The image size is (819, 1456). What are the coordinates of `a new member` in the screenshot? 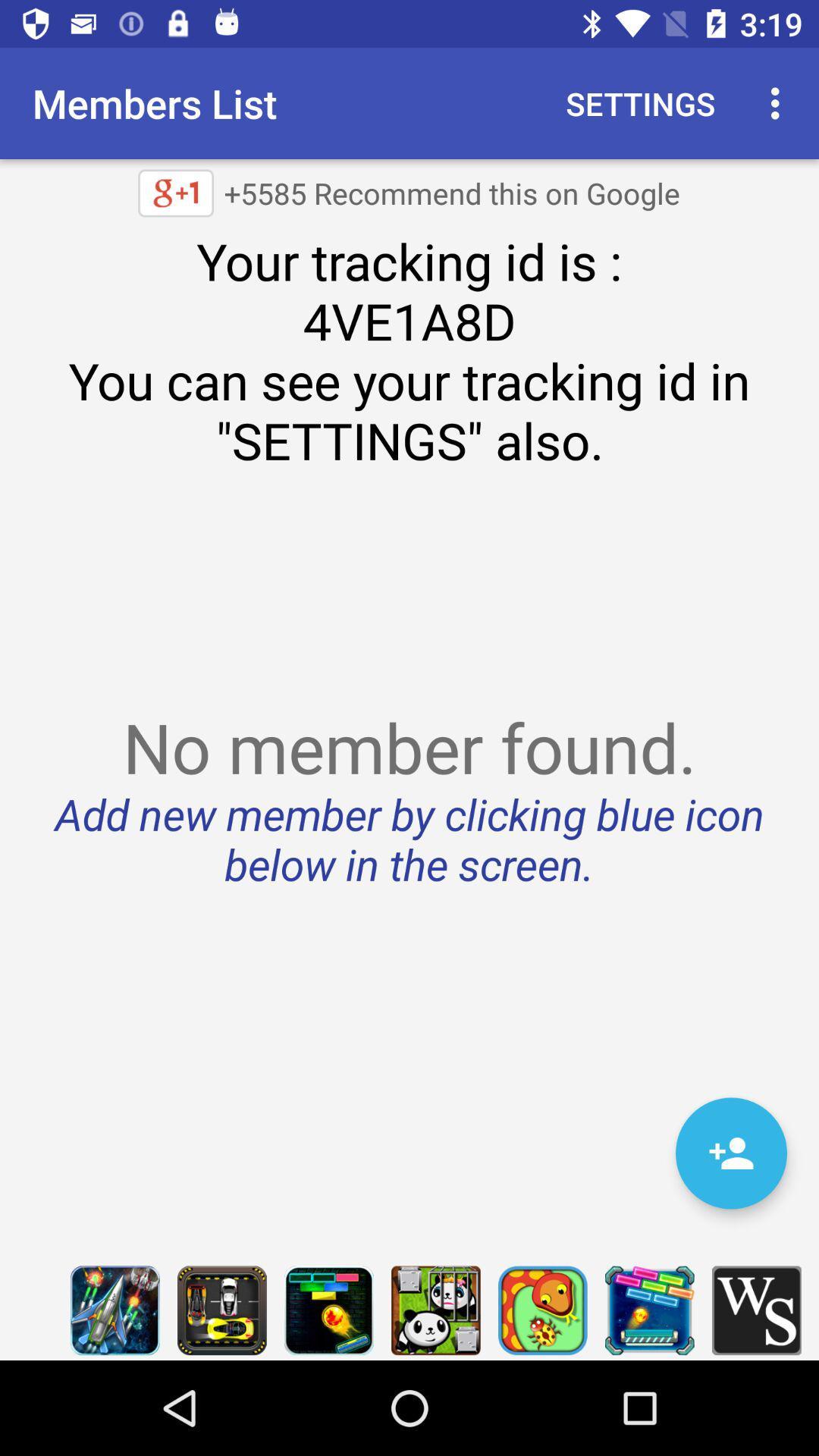 It's located at (730, 1153).